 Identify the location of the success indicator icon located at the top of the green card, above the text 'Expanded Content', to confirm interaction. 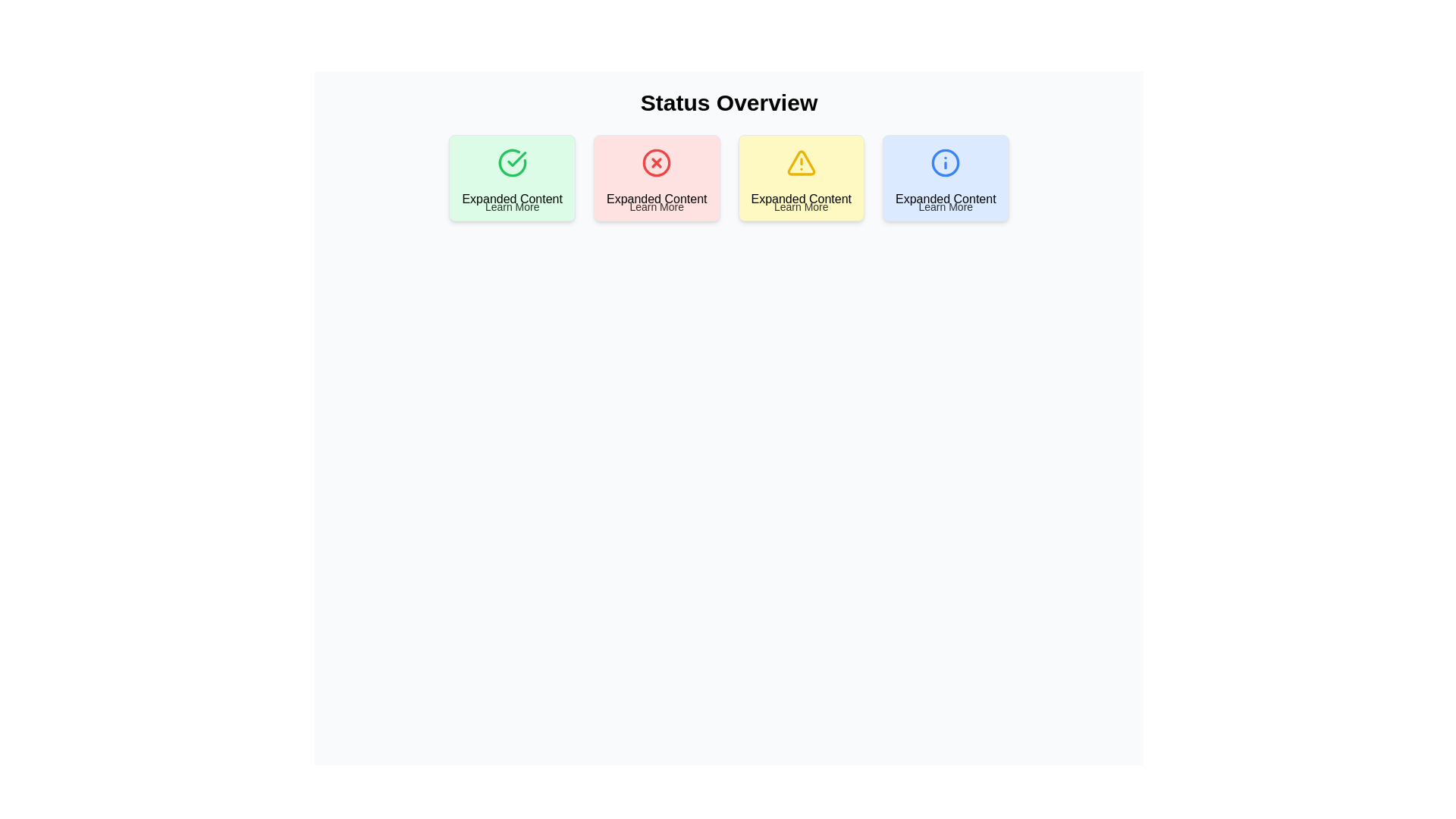
(512, 163).